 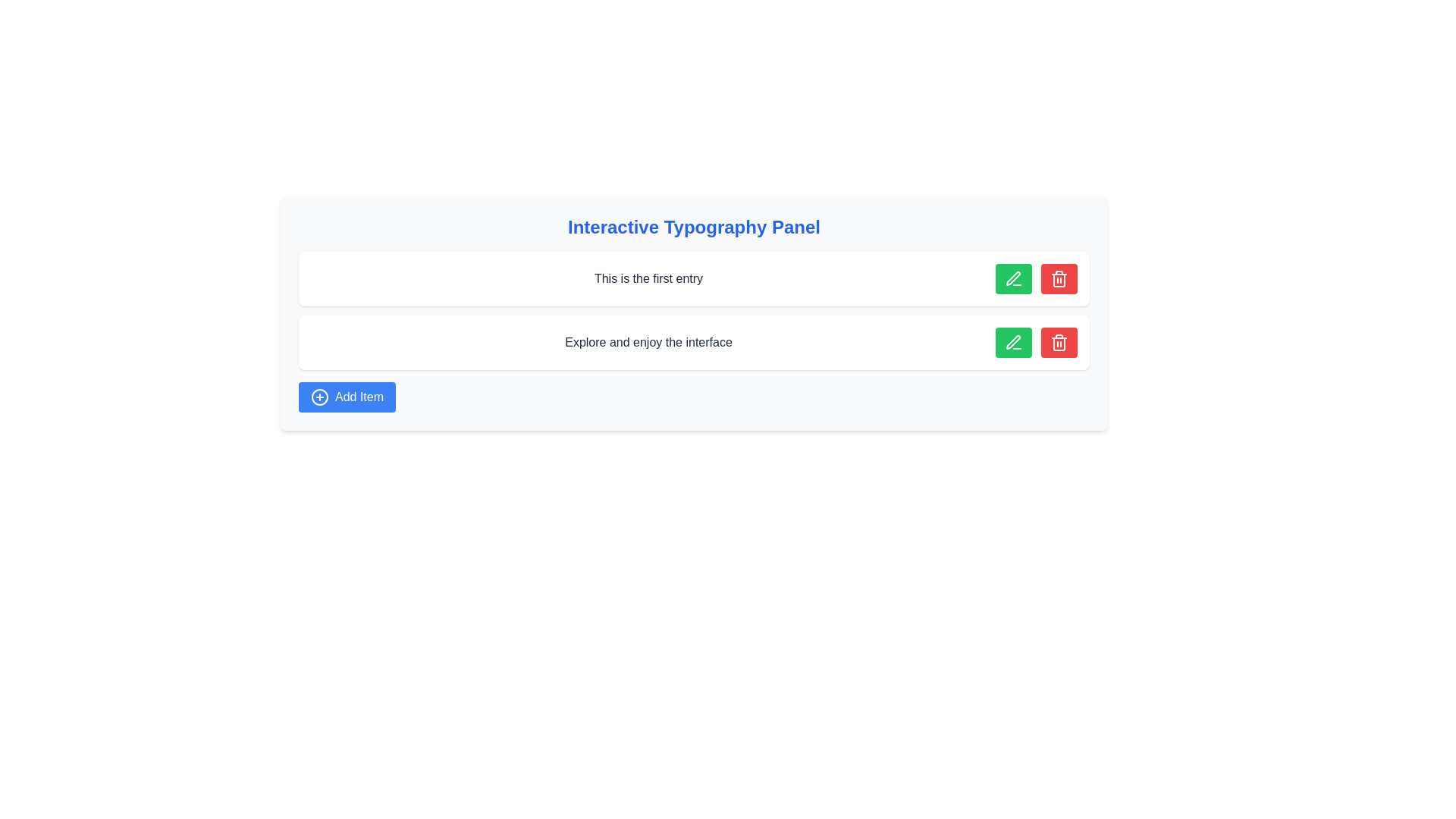 What do you see at coordinates (1058, 342) in the screenshot?
I see `the delete icon button located at the far right of the second row in the interactive typography panel to initiate a delete action` at bounding box center [1058, 342].